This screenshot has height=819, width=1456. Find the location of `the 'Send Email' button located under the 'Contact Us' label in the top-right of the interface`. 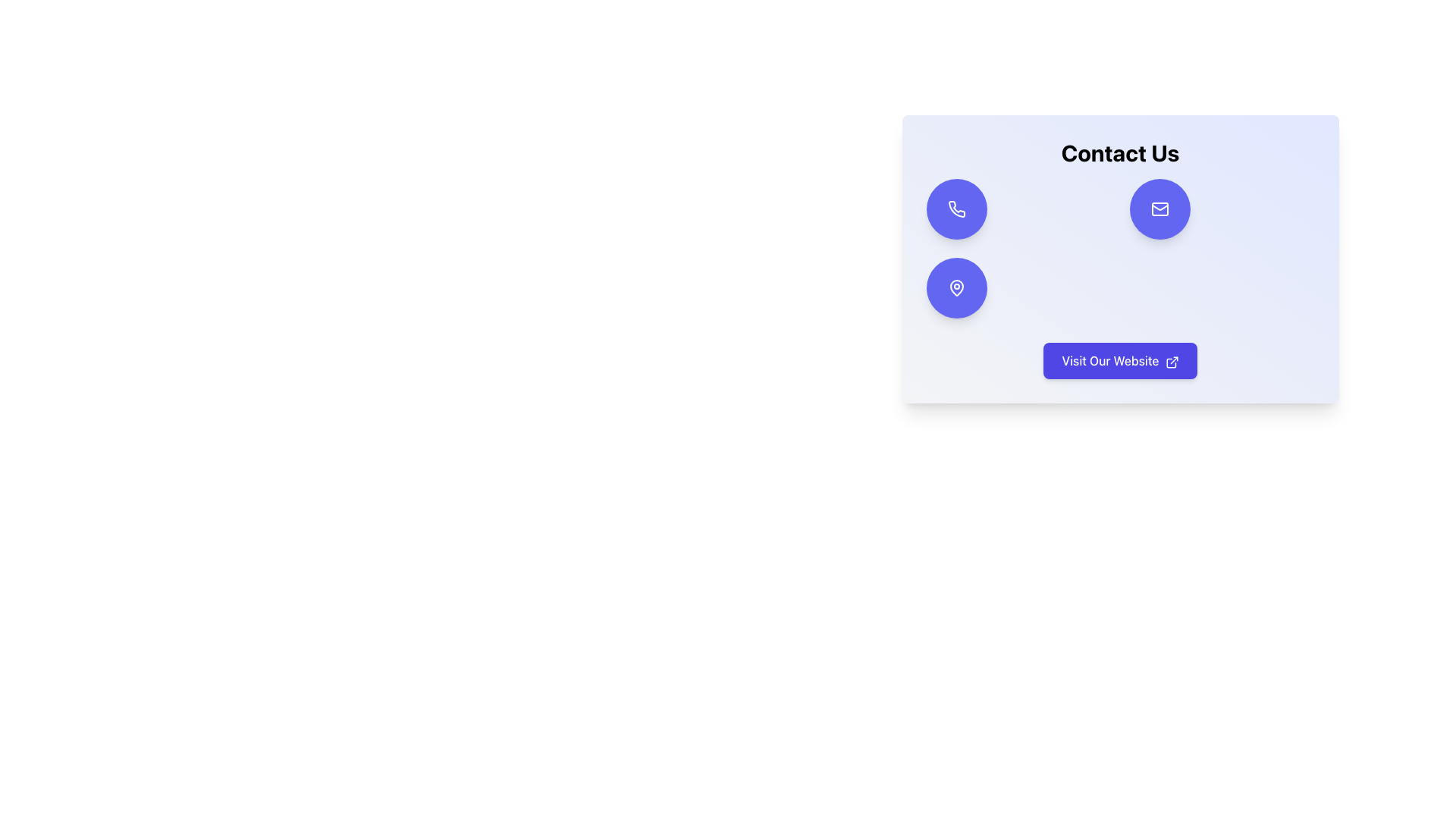

the 'Send Email' button located under the 'Contact Us' label in the top-right of the interface is located at coordinates (1159, 209).